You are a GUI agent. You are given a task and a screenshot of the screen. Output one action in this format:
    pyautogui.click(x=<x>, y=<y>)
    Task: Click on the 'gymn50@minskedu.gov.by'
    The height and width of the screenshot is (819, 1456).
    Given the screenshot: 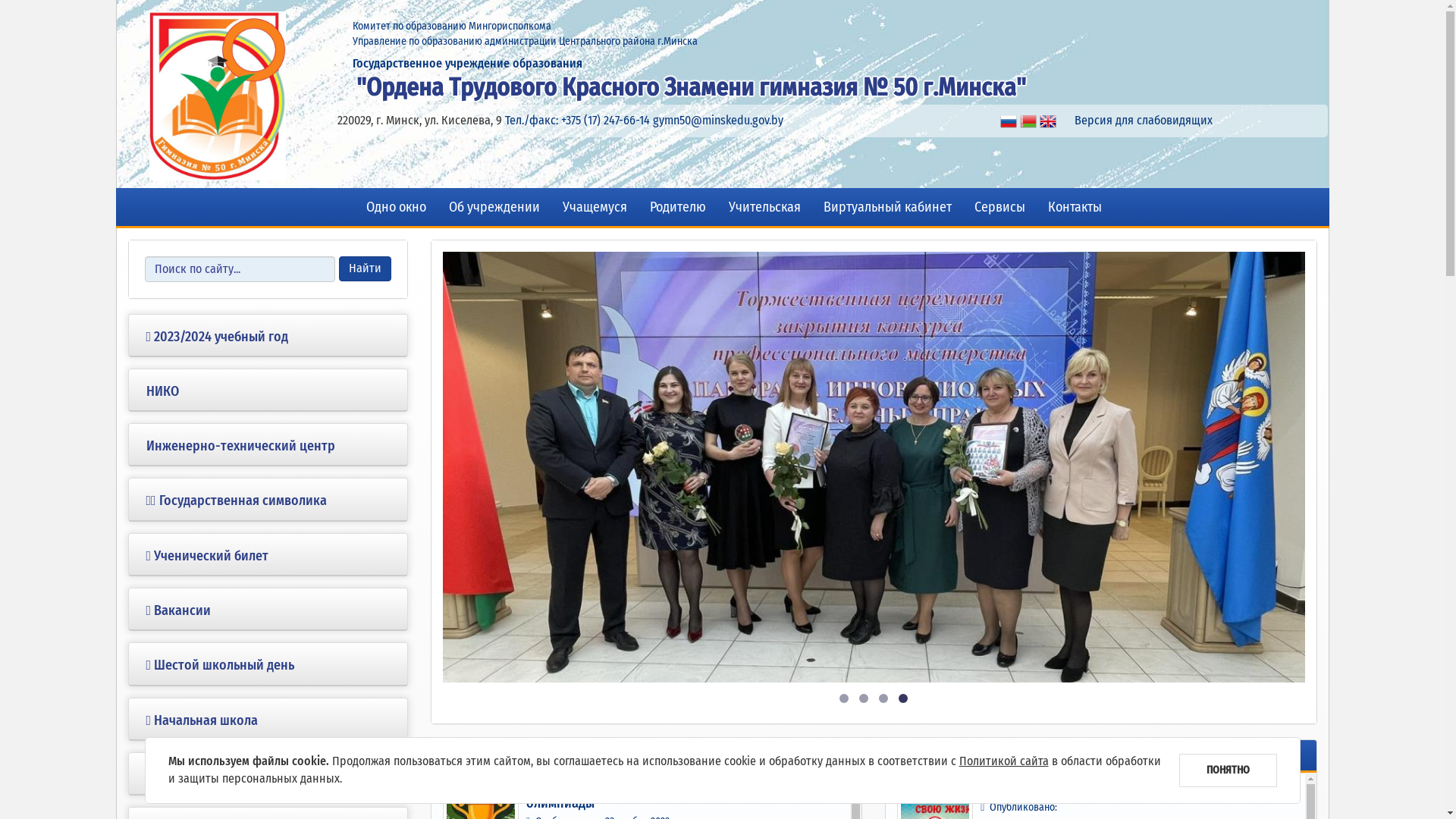 What is the action you would take?
    pyautogui.click(x=717, y=119)
    